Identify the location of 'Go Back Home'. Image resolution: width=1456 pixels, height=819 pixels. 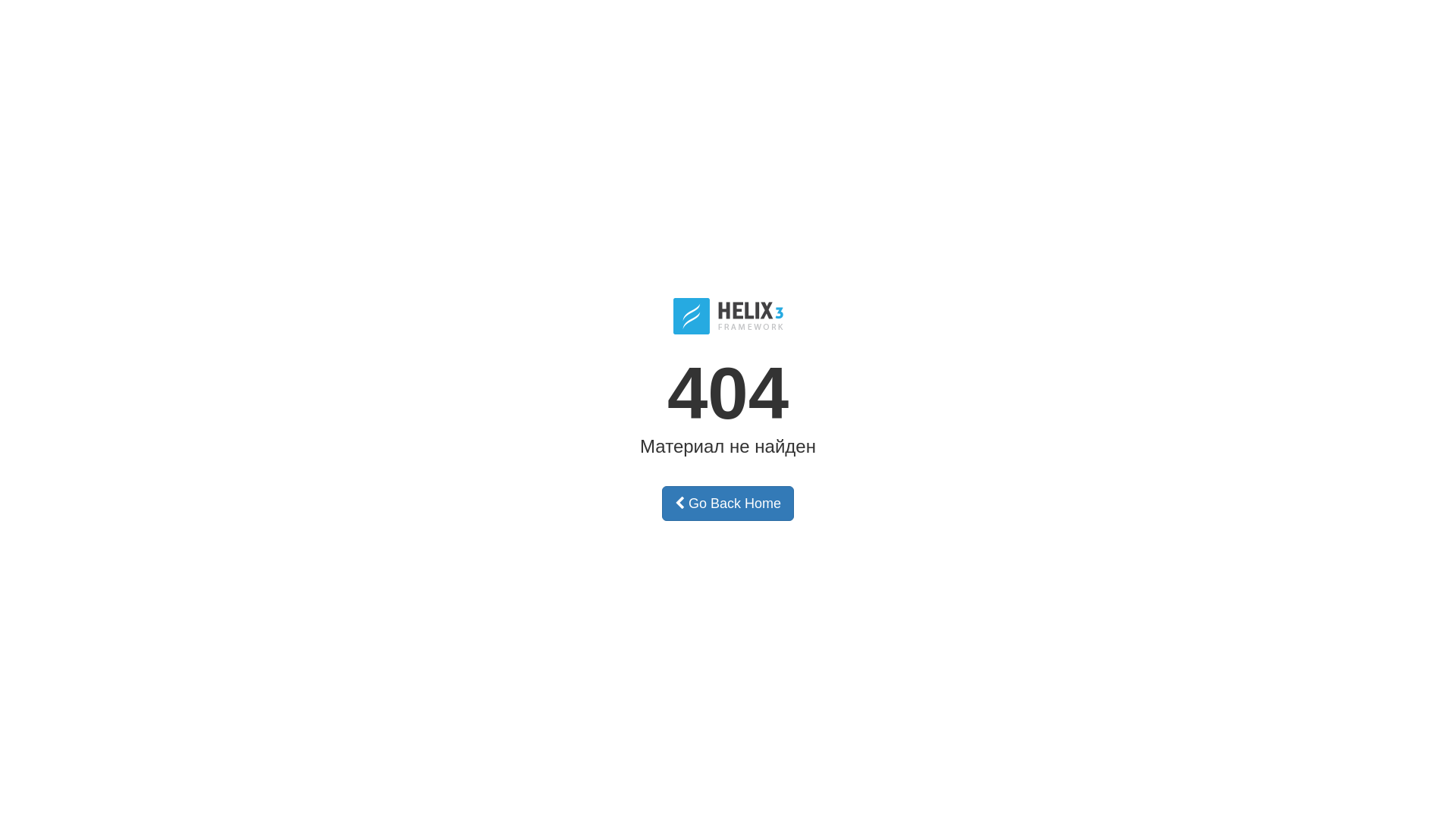
(728, 503).